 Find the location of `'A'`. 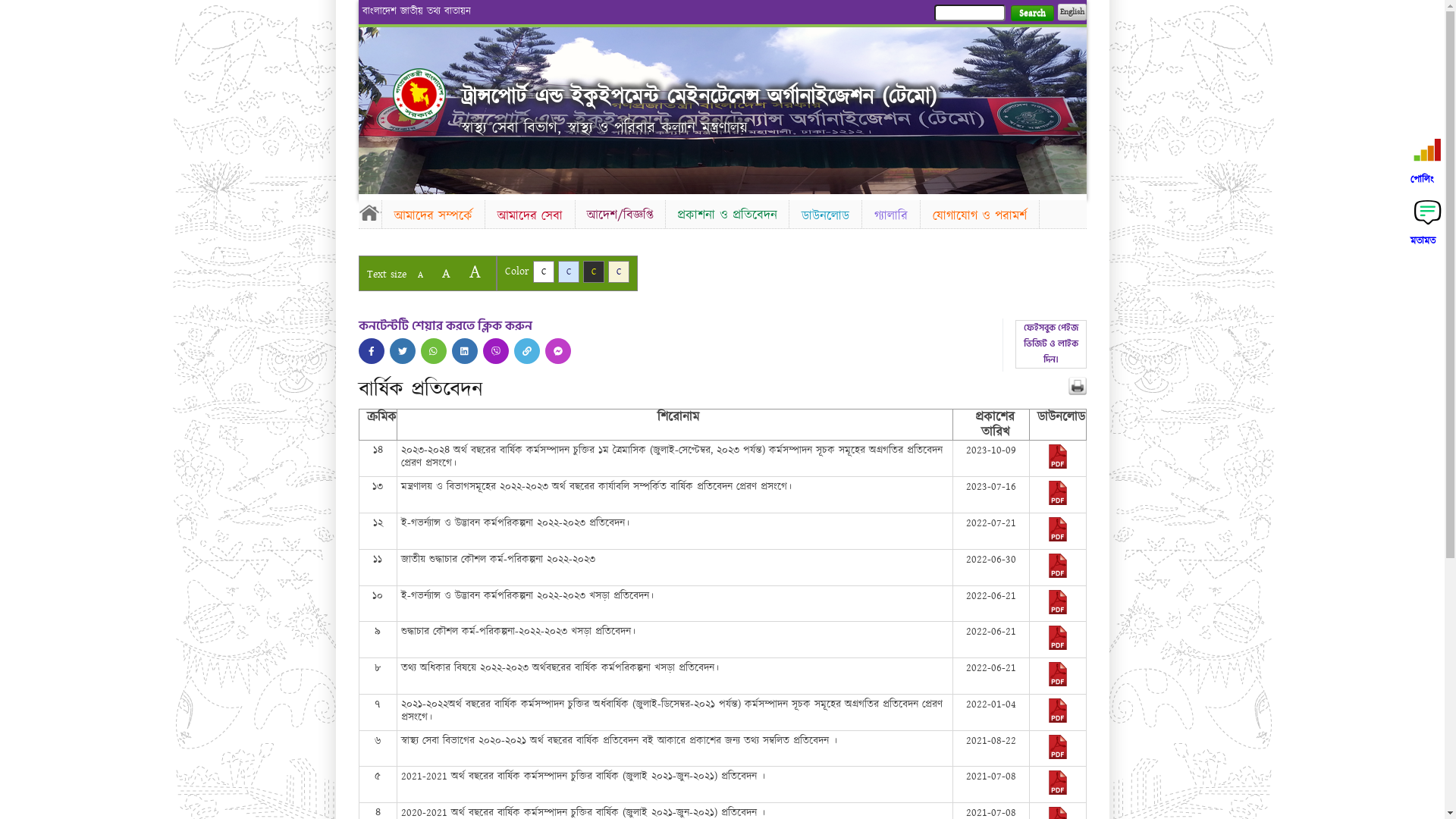

'A' is located at coordinates (419, 275).